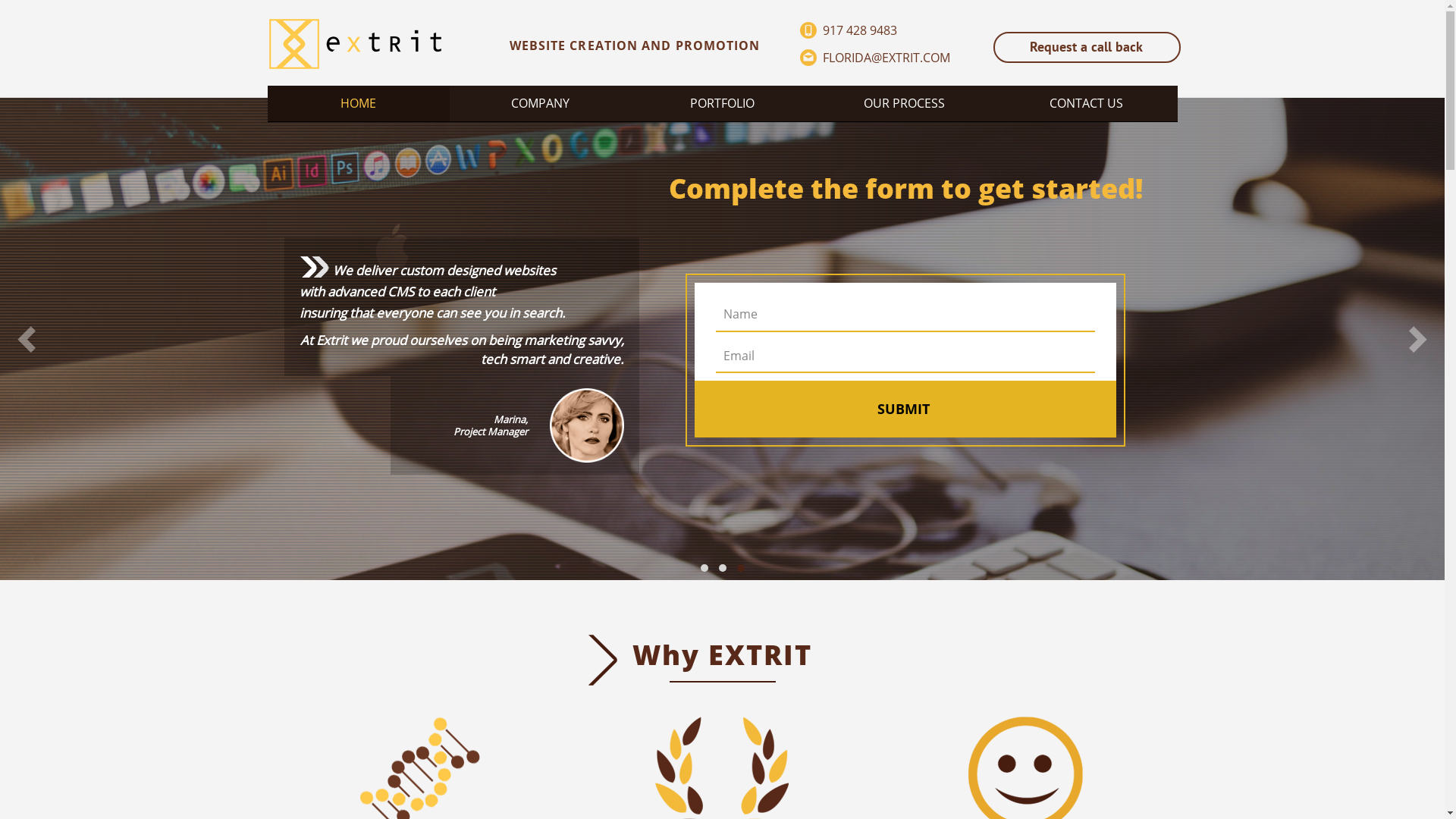 This screenshot has width=1456, height=819. I want to click on 'Submit', so click(903, 410).